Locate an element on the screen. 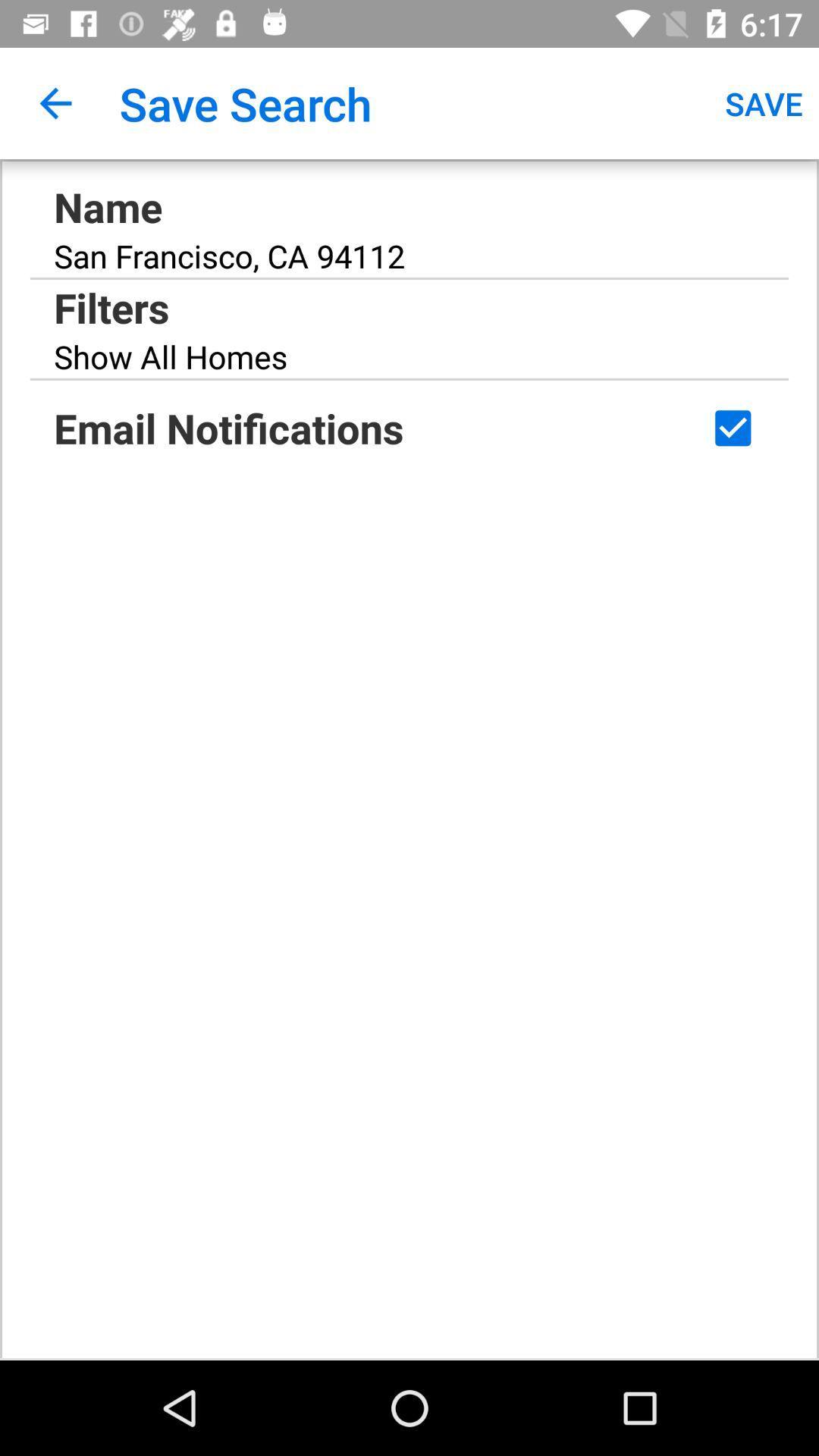 This screenshot has width=819, height=1456. turn off email notification is located at coordinates (732, 427).